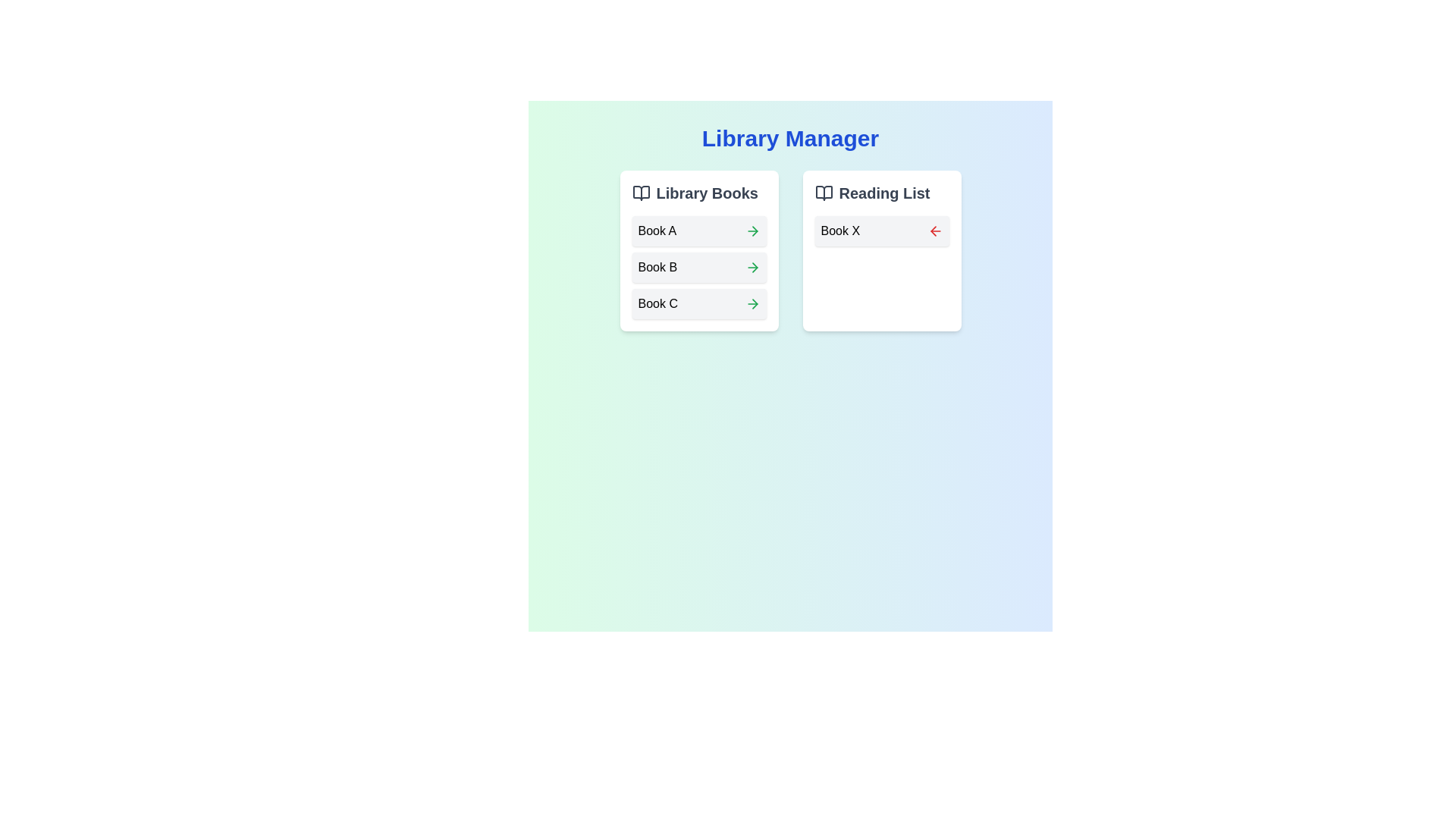 This screenshot has width=1456, height=819. Describe the element at coordinates (641, 192) in the screenshot. I see `the stylized book icon located in the top section of the 'Library Books' card, which is positioned to the left of the title text 'Library Books'` at that location.